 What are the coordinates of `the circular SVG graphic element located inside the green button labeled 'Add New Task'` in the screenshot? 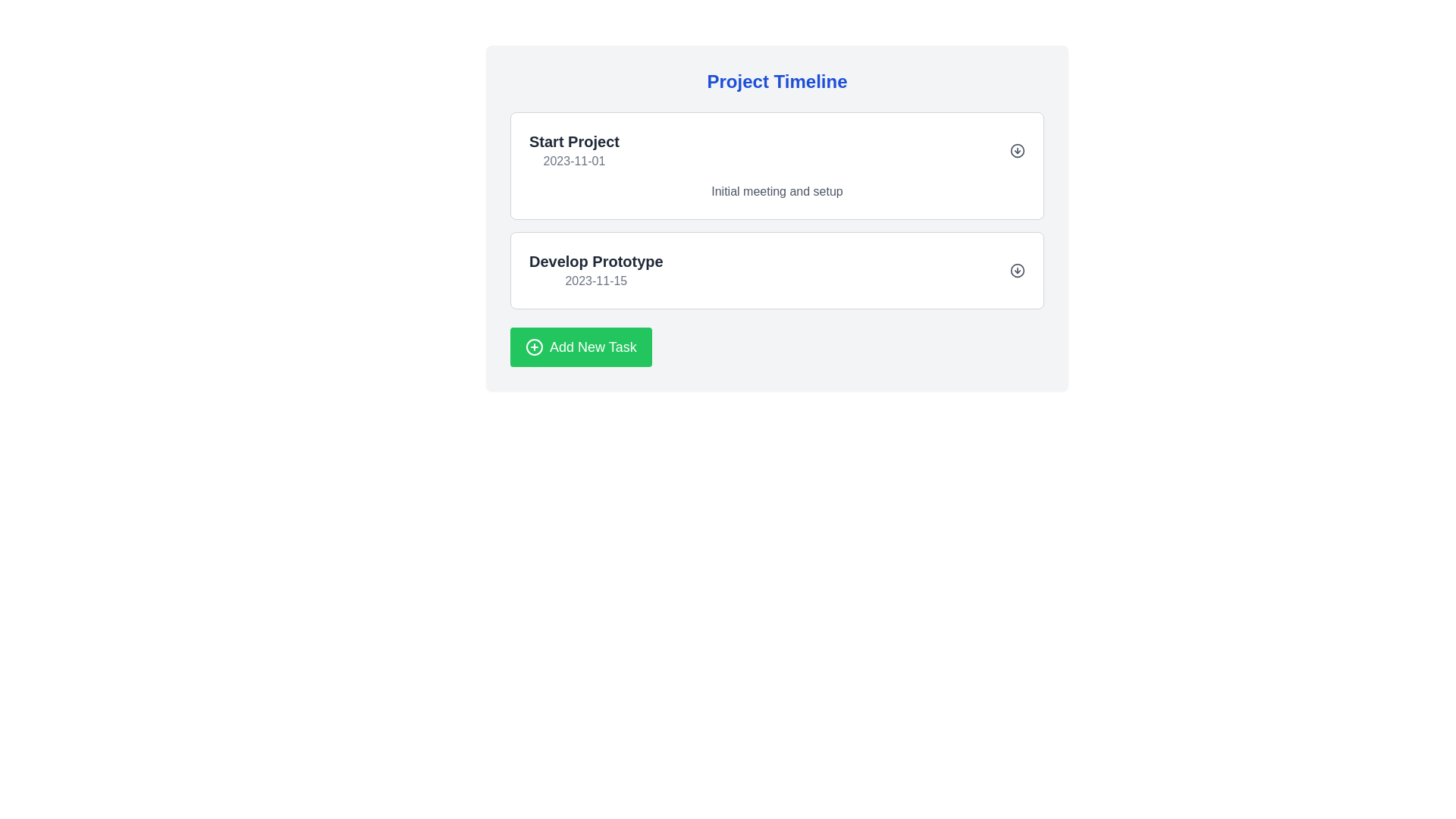 It's located at (535, 347).